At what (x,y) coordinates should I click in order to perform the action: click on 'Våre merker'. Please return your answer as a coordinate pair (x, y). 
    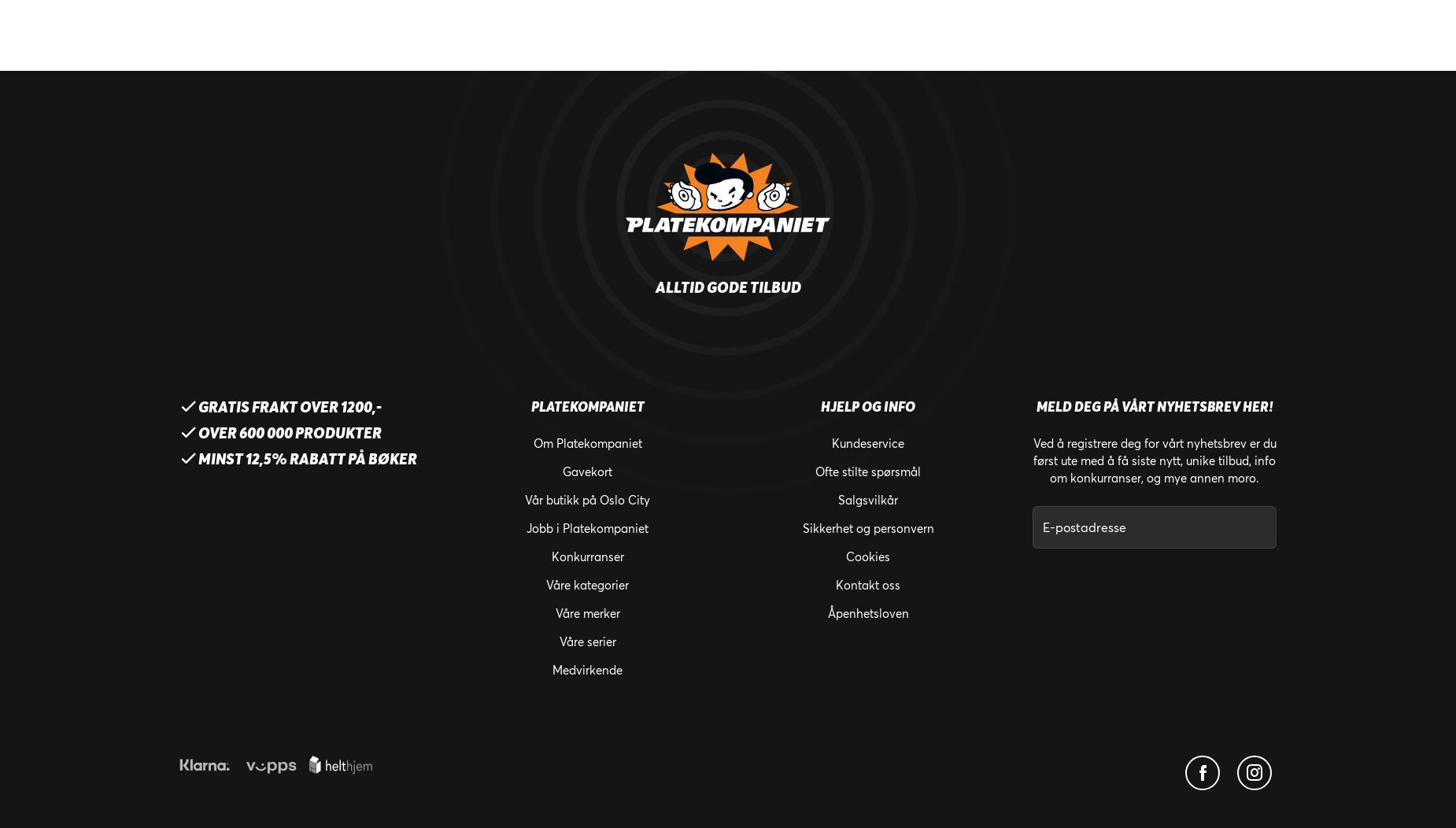
    Looking at the image, I should click on (586, 612).